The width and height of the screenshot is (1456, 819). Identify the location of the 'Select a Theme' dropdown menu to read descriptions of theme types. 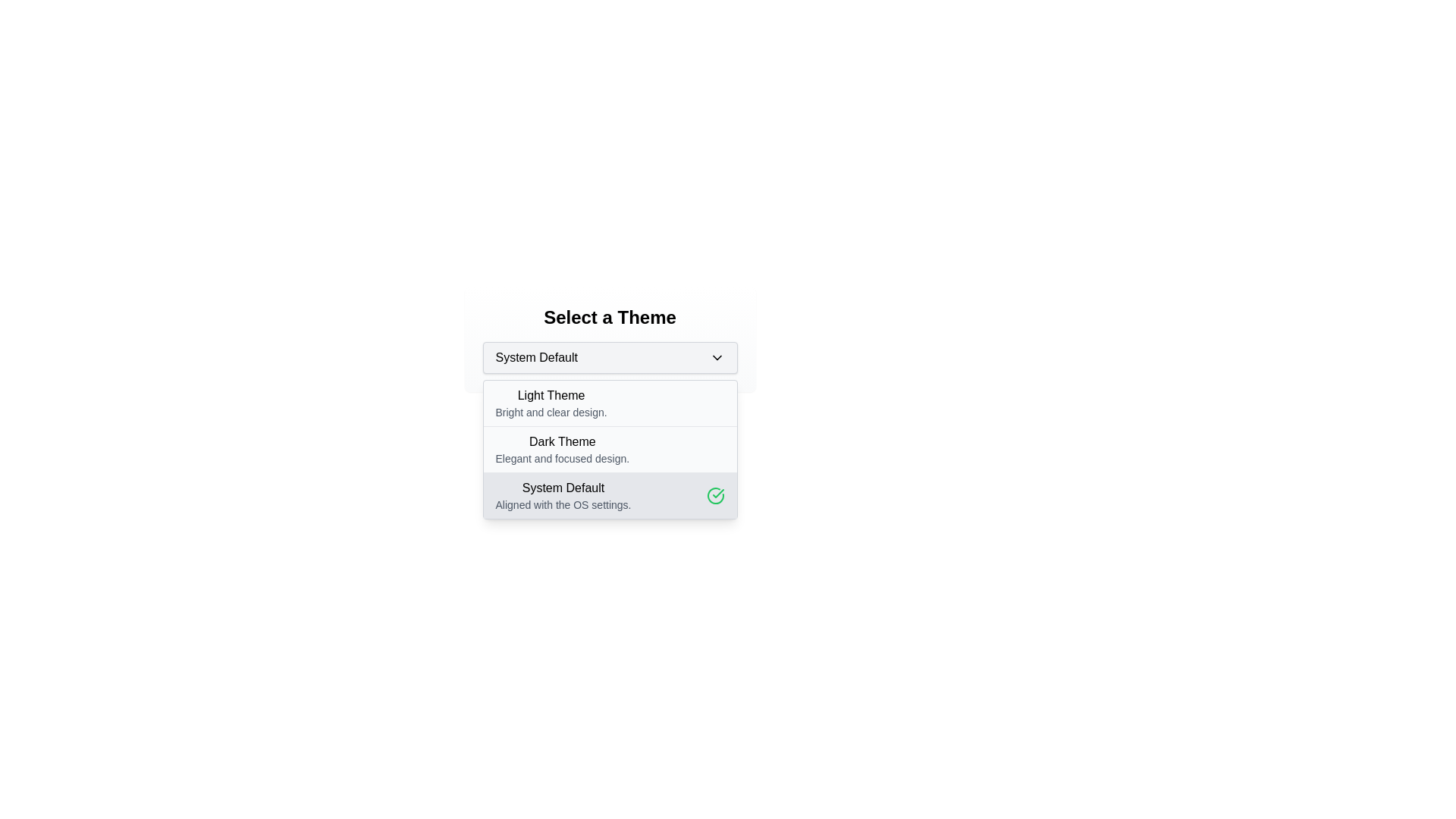
(610, 338).